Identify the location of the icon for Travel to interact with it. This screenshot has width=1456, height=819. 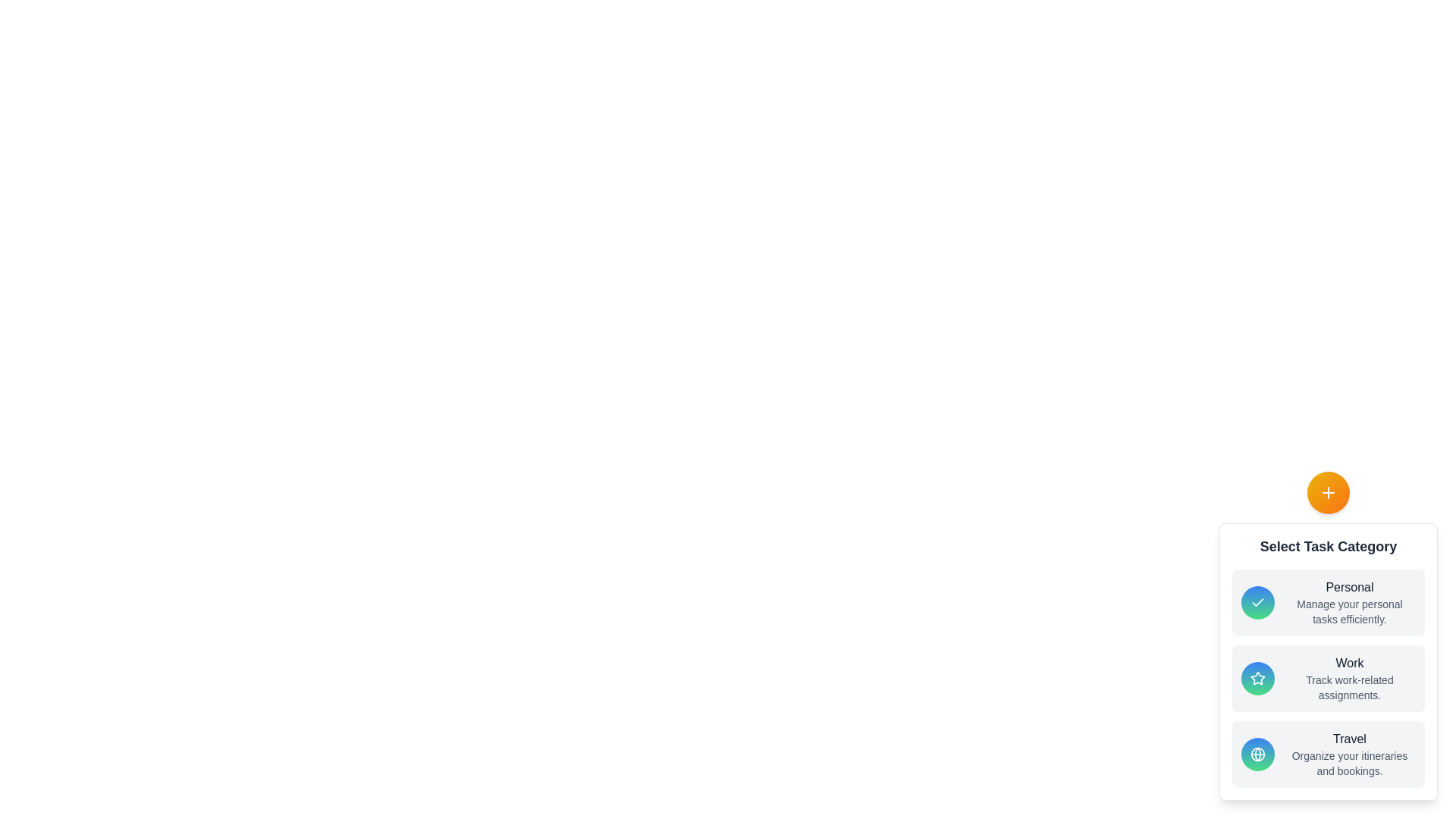
(1258, 755).